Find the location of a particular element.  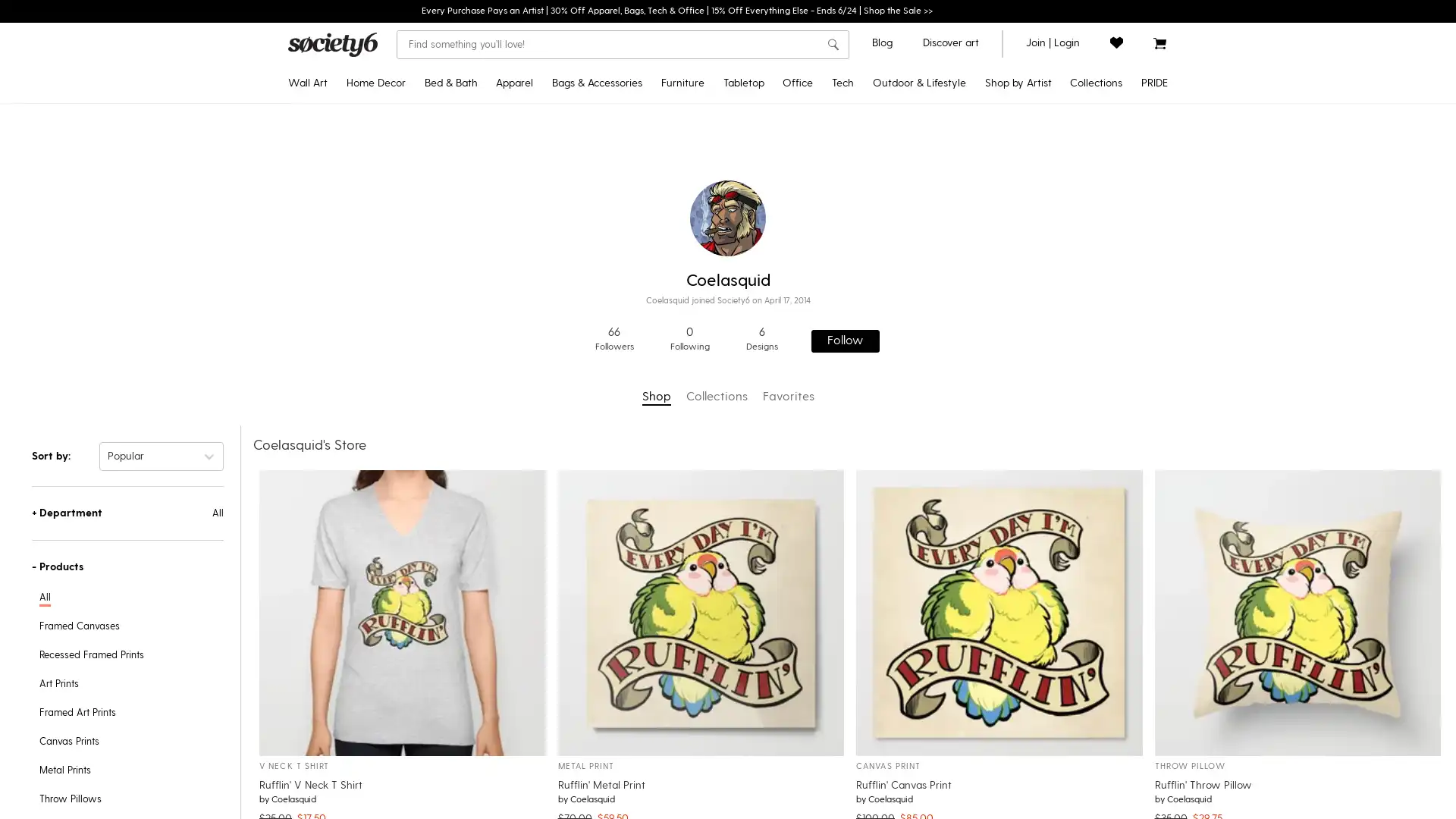

Discover Cotton Bedding is located at coordinates (1040, 391).